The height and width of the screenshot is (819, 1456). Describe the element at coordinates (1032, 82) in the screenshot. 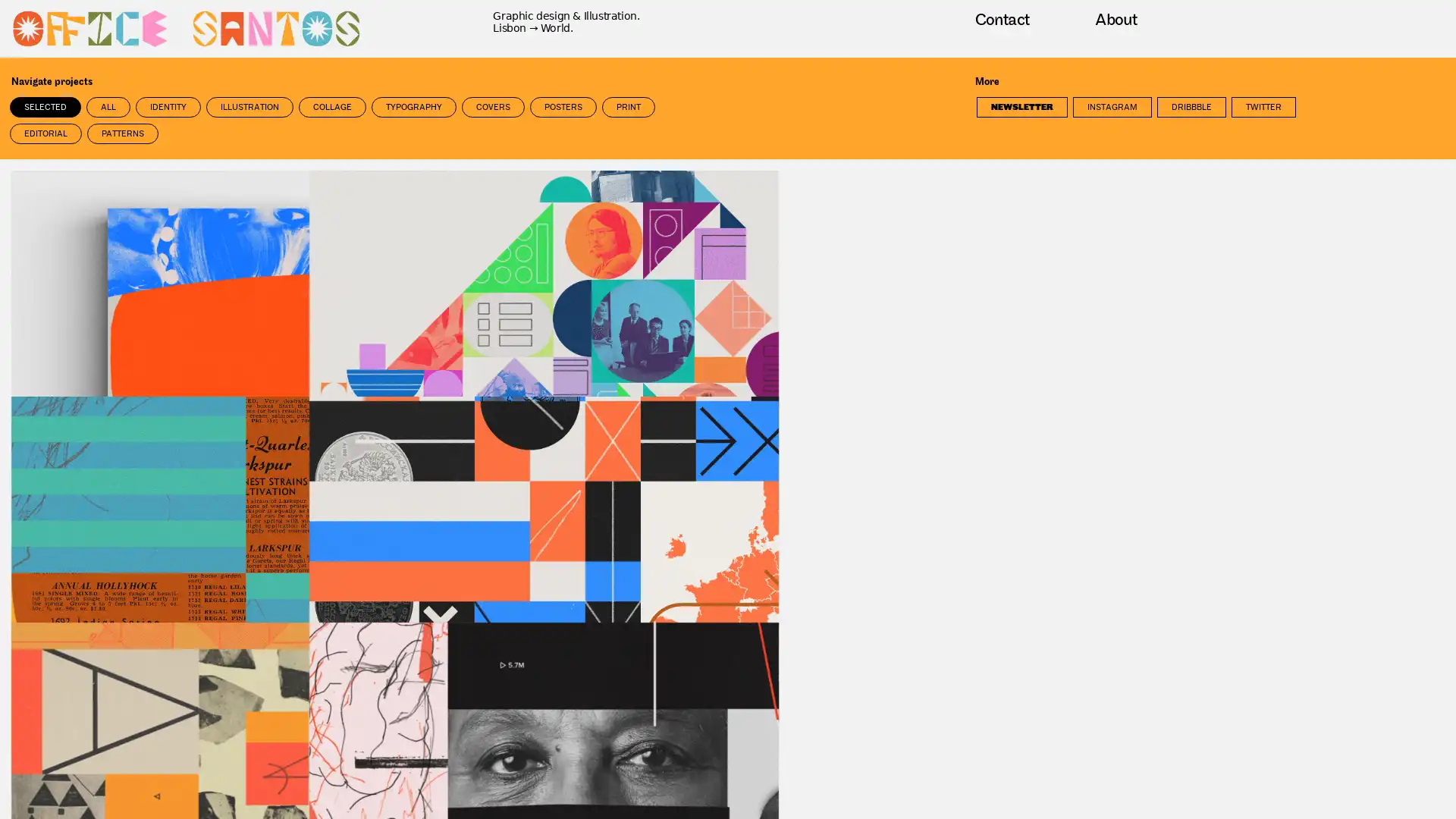

I see `More` at that location.